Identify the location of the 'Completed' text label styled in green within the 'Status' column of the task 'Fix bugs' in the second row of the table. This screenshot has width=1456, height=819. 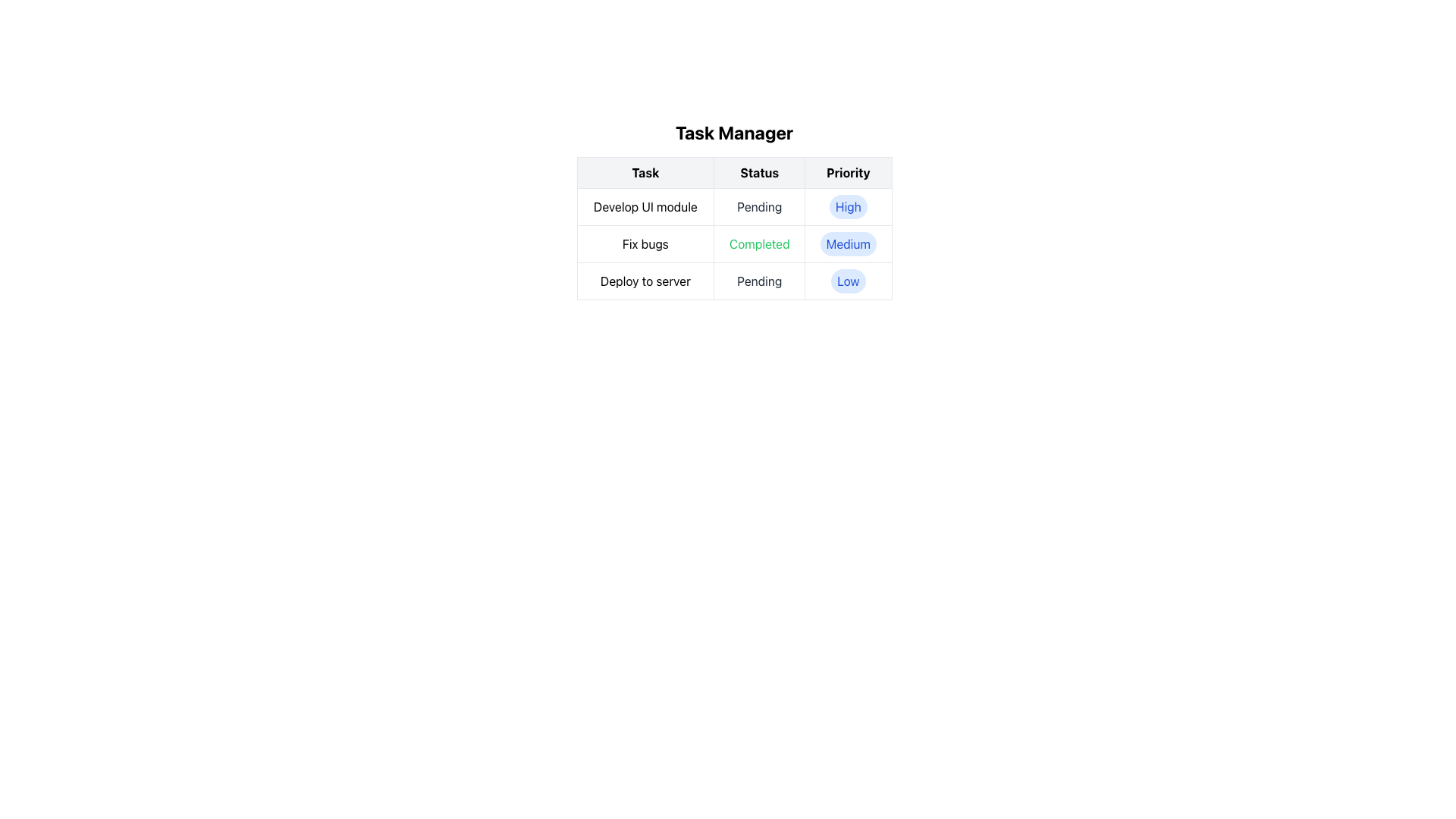
(759, 243).